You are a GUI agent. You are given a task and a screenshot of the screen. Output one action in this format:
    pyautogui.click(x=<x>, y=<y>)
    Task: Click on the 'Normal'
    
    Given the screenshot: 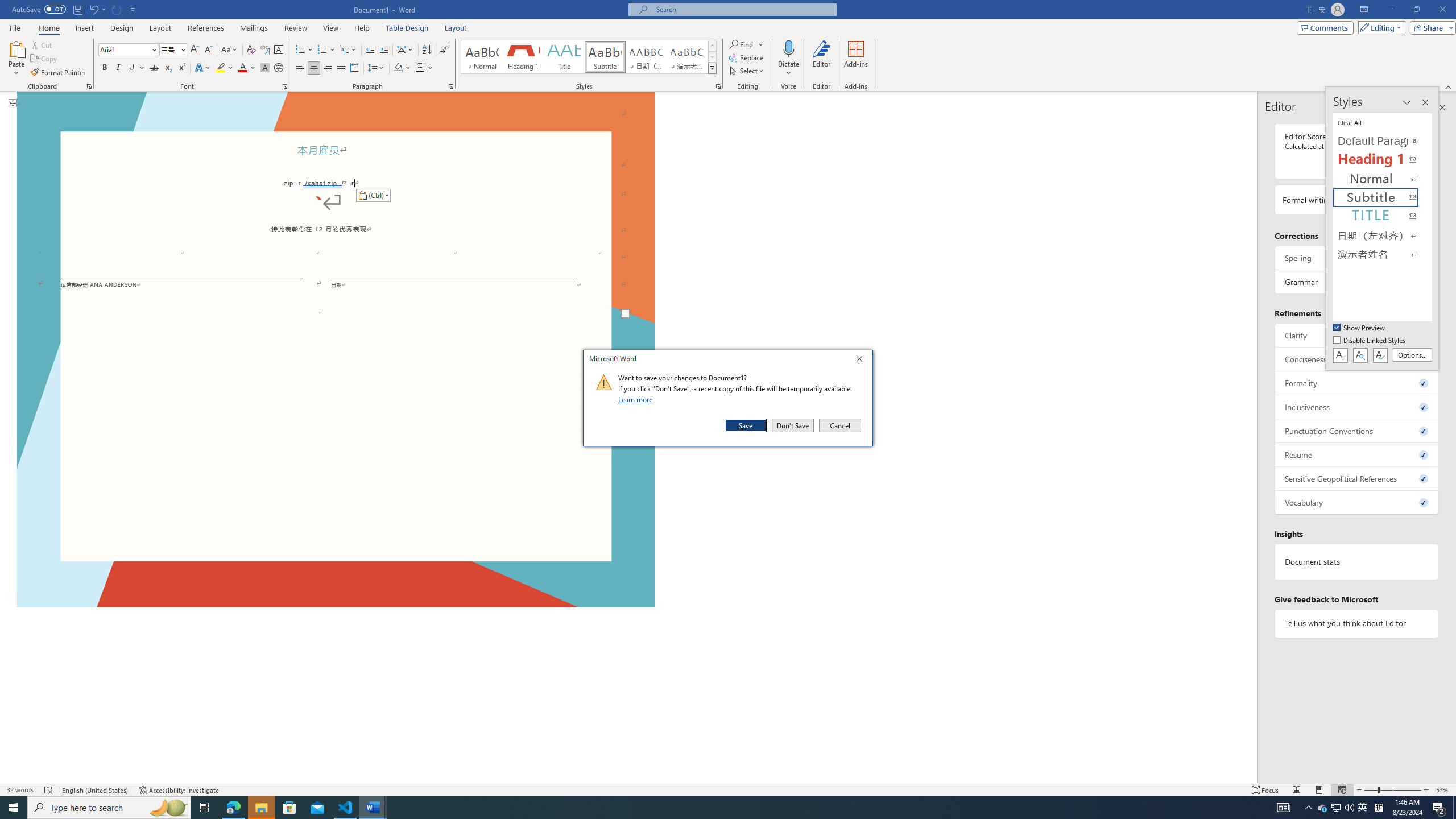 What is the action you would take?
    pyautogui.click(x=1383, y=179)
    